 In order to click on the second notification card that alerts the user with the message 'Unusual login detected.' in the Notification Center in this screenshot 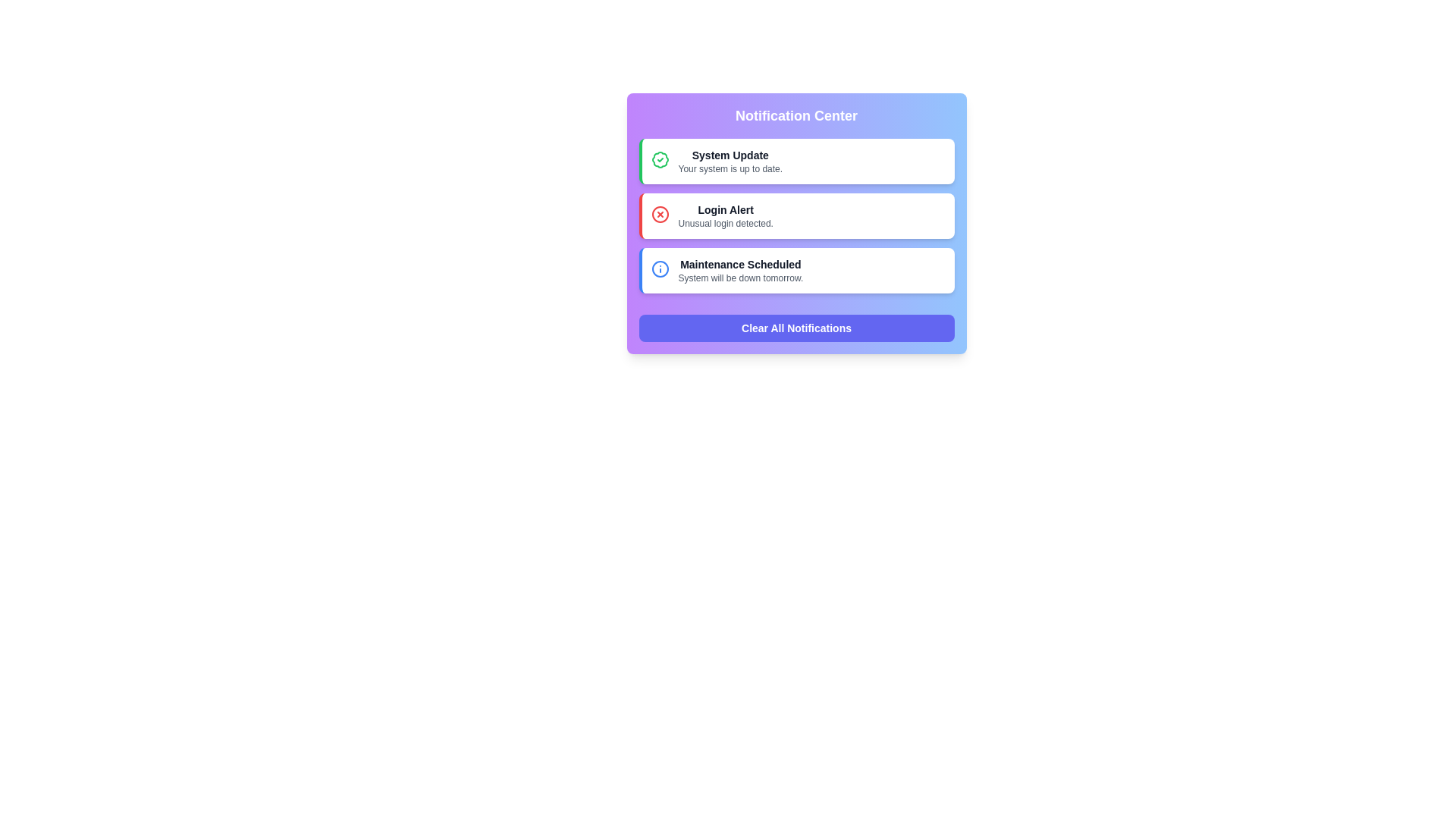, I will do `click(795, 216)`.